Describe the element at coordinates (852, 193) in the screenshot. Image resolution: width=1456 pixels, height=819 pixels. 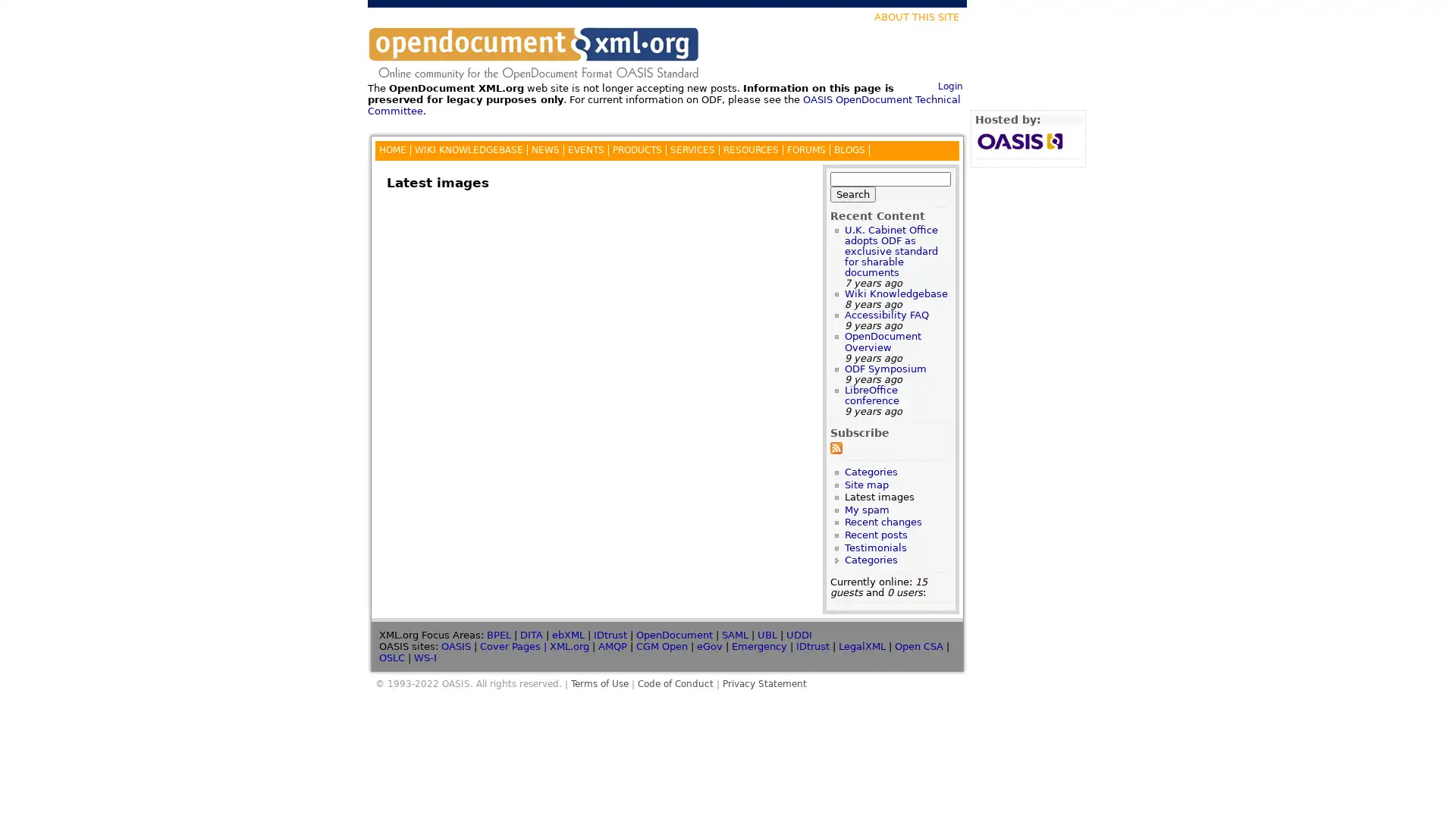
I see `Search` at that location.